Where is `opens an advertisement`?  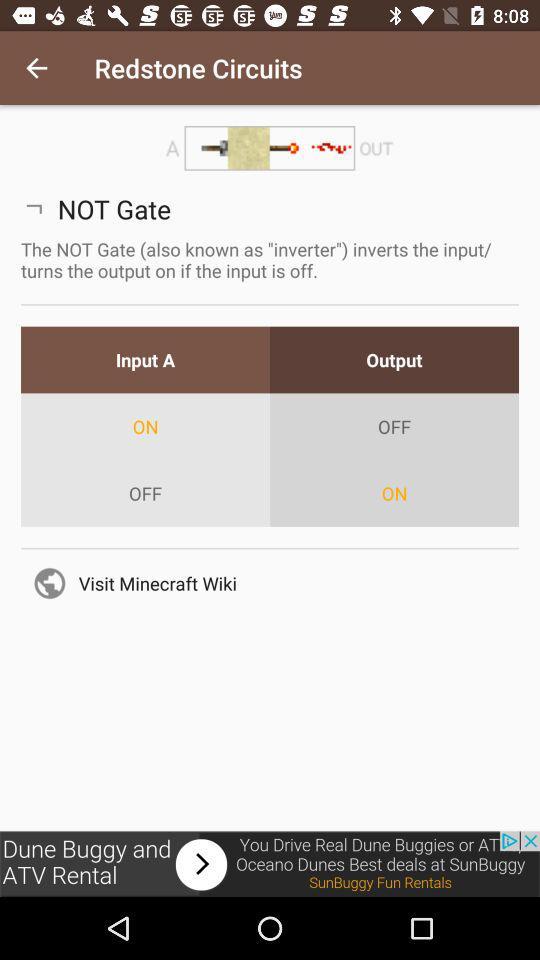 opens an advertisement is located at coordinates (270, 863).